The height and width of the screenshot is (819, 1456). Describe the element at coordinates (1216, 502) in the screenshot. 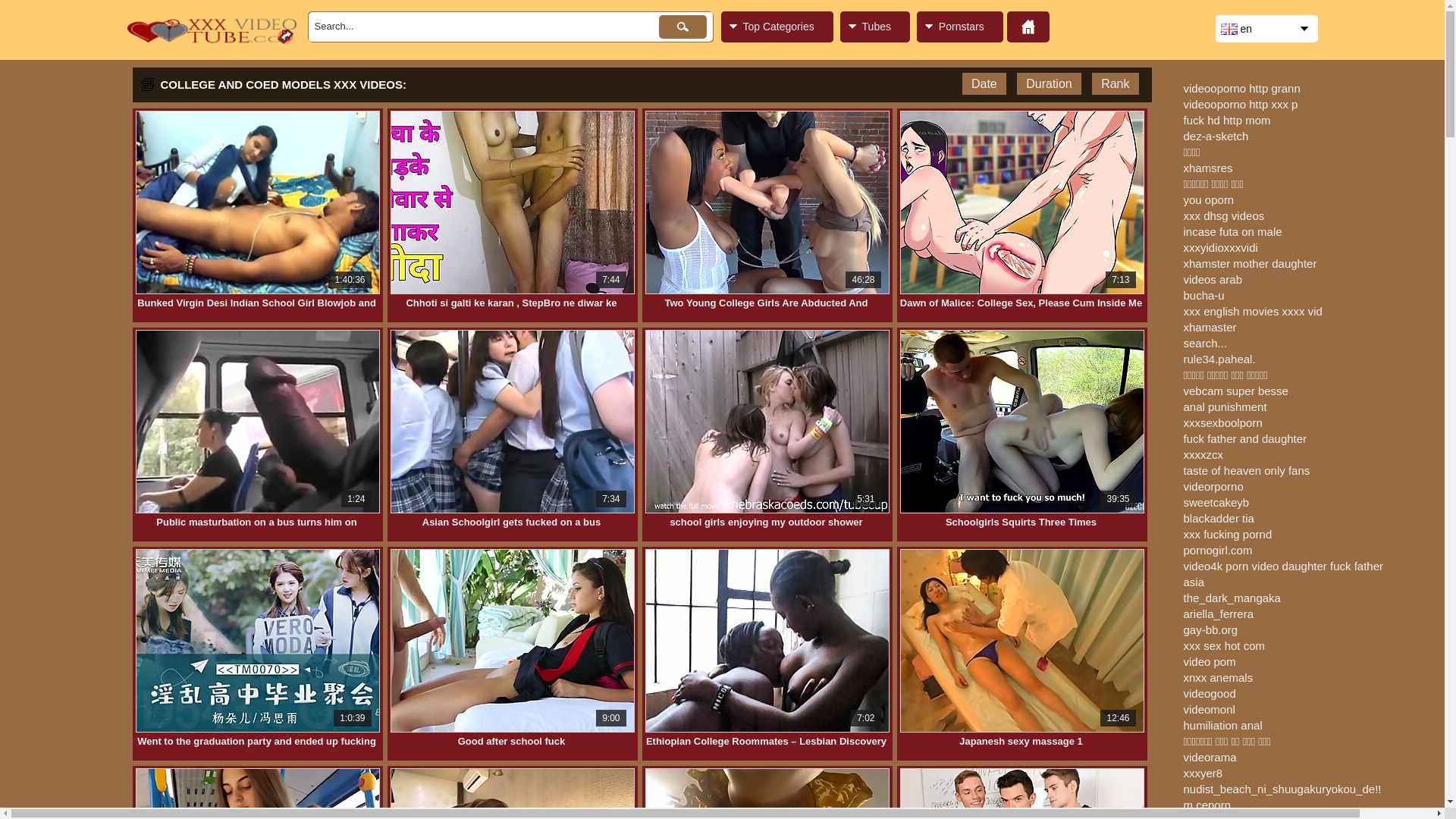

I see `'sweetcakeyb'` at that location.